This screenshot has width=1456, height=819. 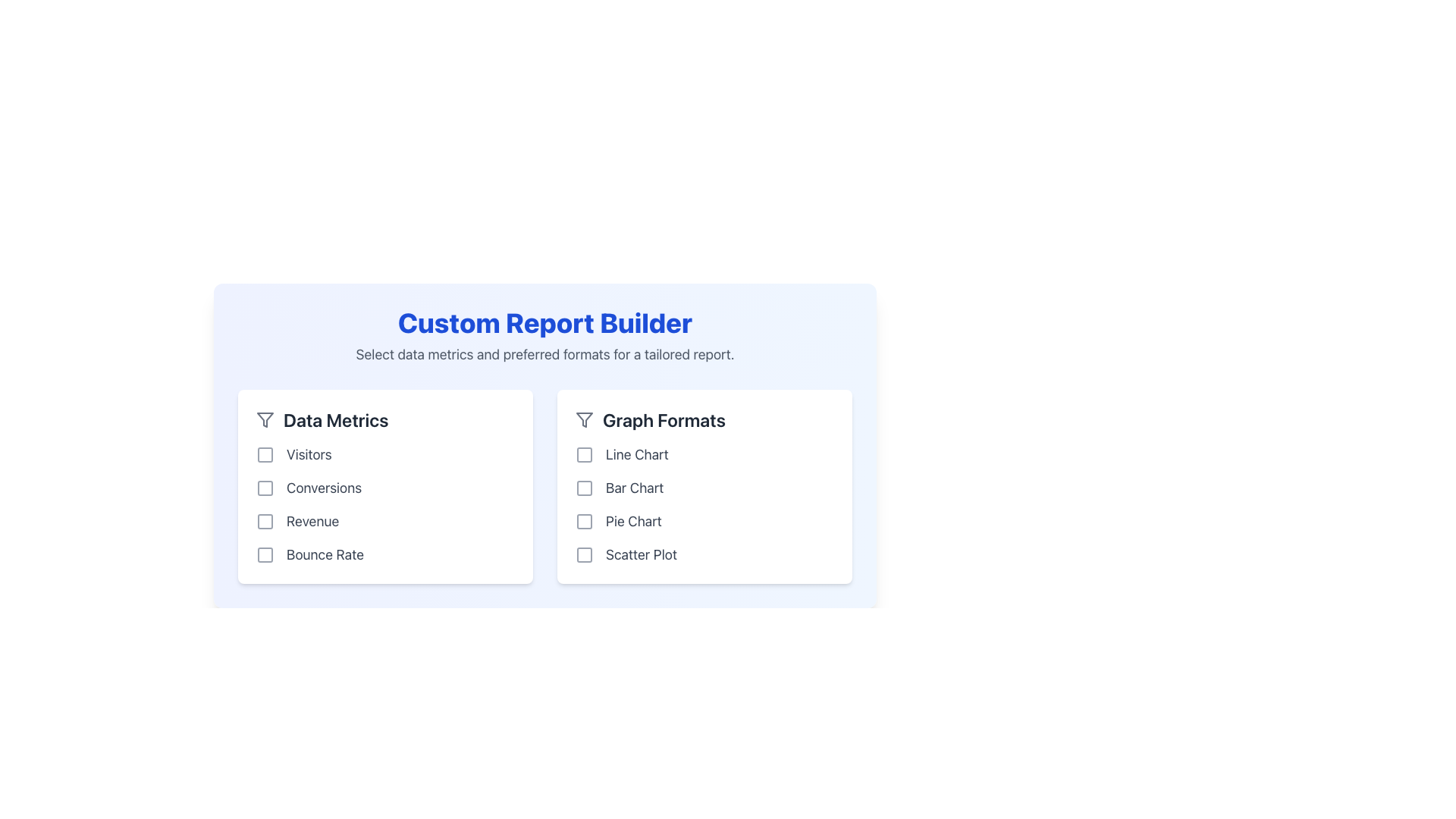 What do you see at coordinates (265, 488) in the screenshot?
I see `the second checkbox in the 'Data Metrics' section, located to the left of the 'Conversions' label` at bounding box center [265, 488].